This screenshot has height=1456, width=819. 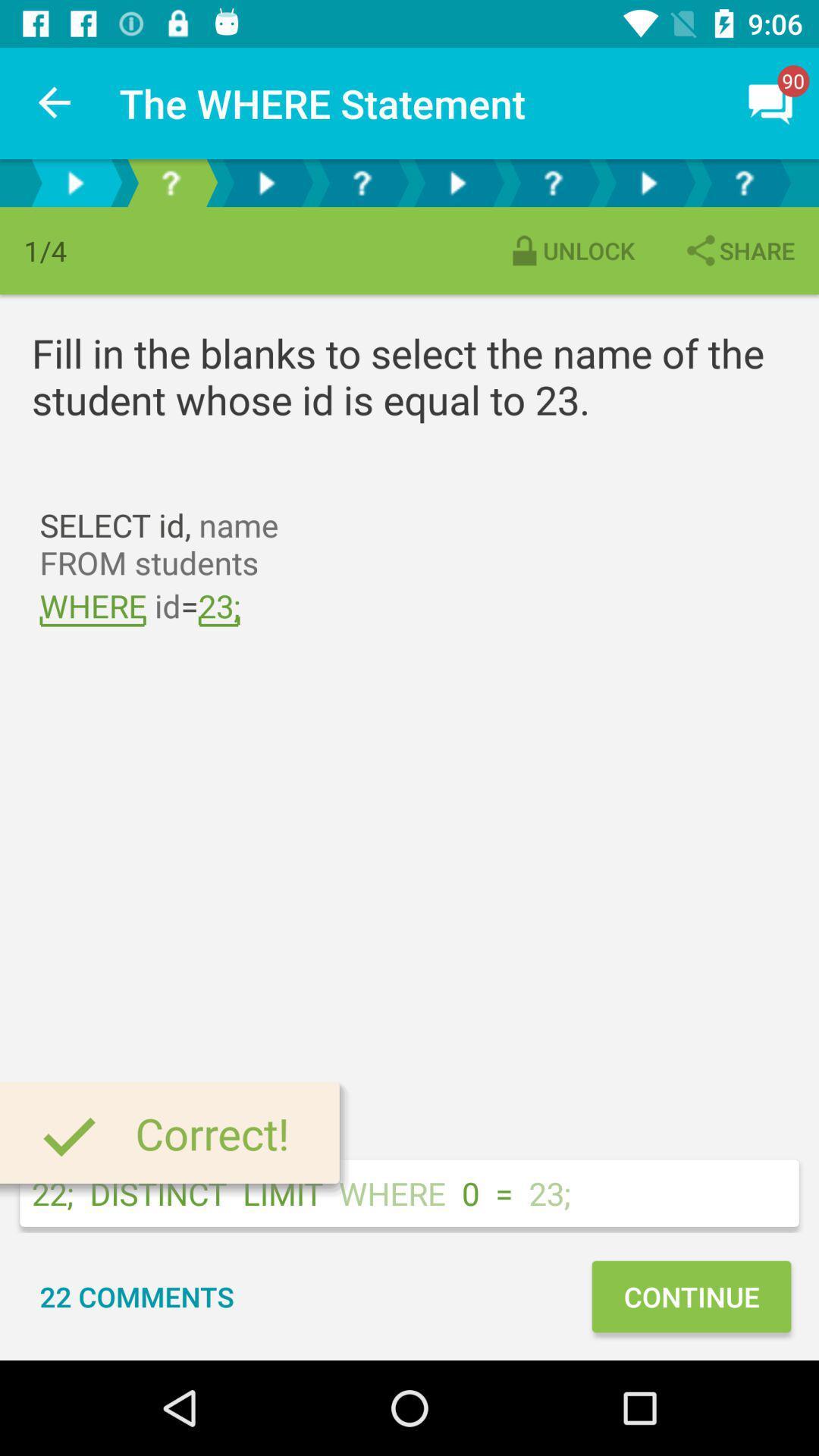 I want to click on item above the fill in the icon, so click(x=738, y=250).